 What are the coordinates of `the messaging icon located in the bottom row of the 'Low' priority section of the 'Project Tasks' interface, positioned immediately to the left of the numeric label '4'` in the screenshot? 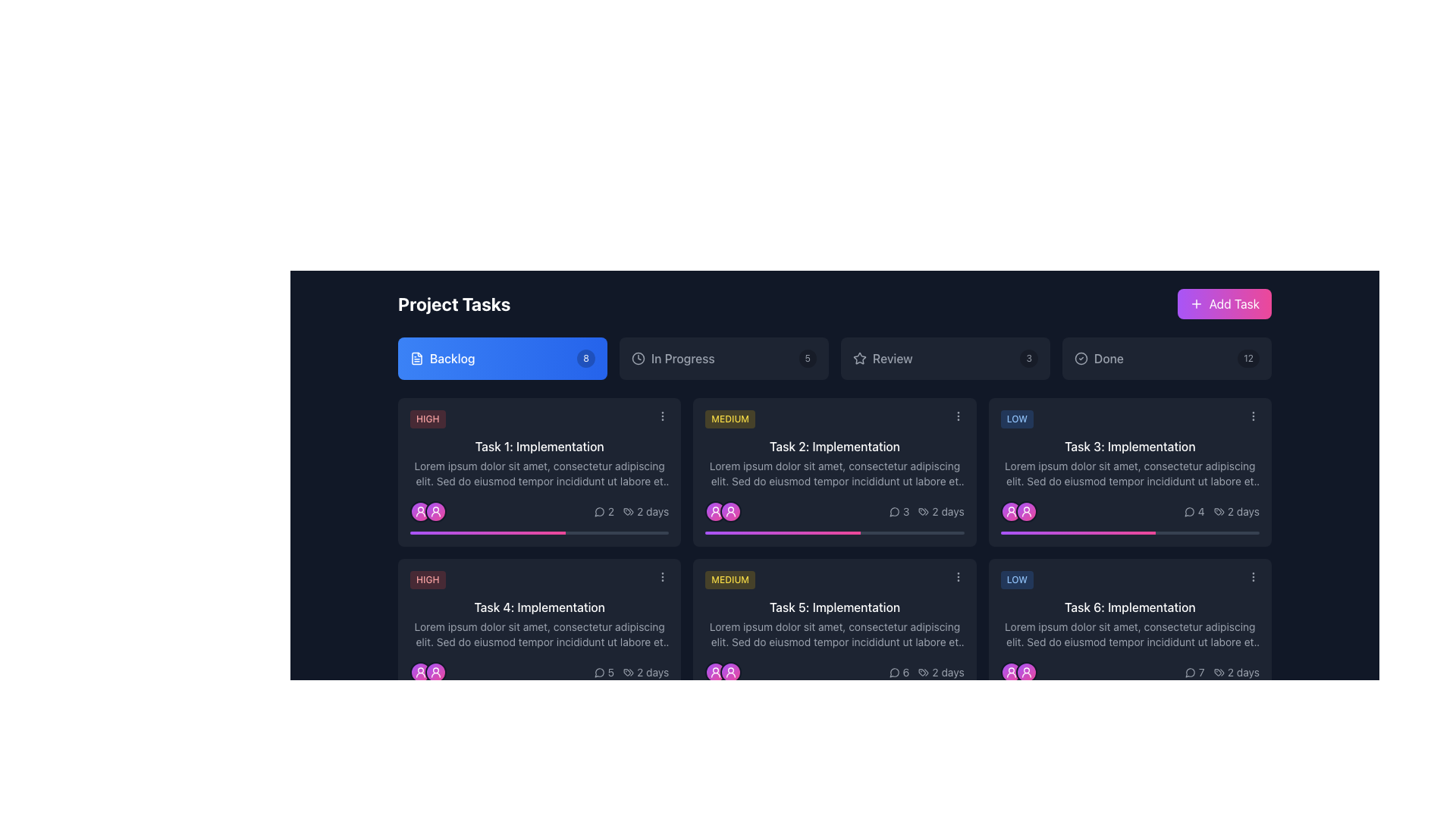 It's located at (1188, 512).